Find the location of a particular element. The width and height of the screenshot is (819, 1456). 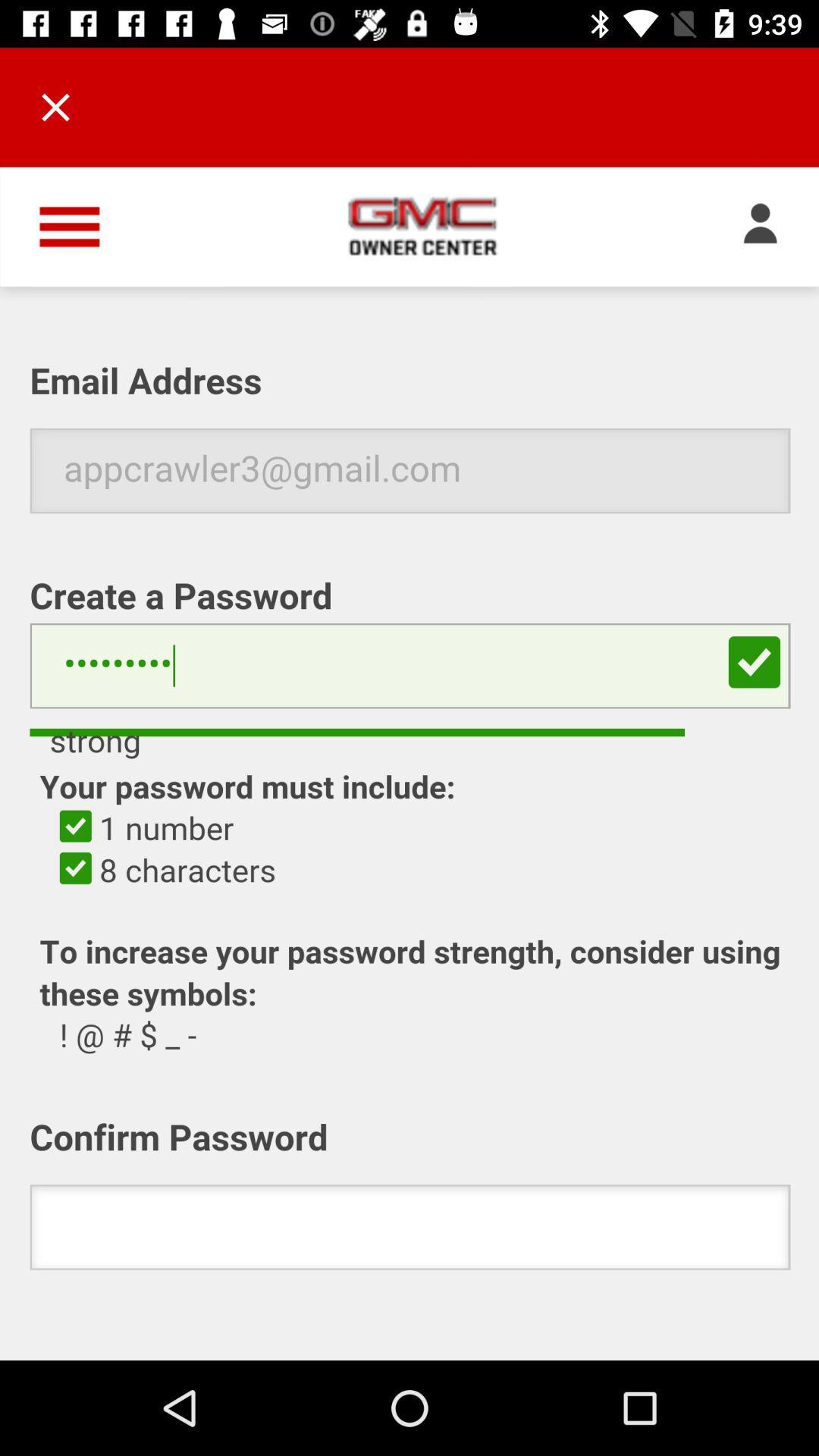

the close icon is located at coordinates (55, 106).